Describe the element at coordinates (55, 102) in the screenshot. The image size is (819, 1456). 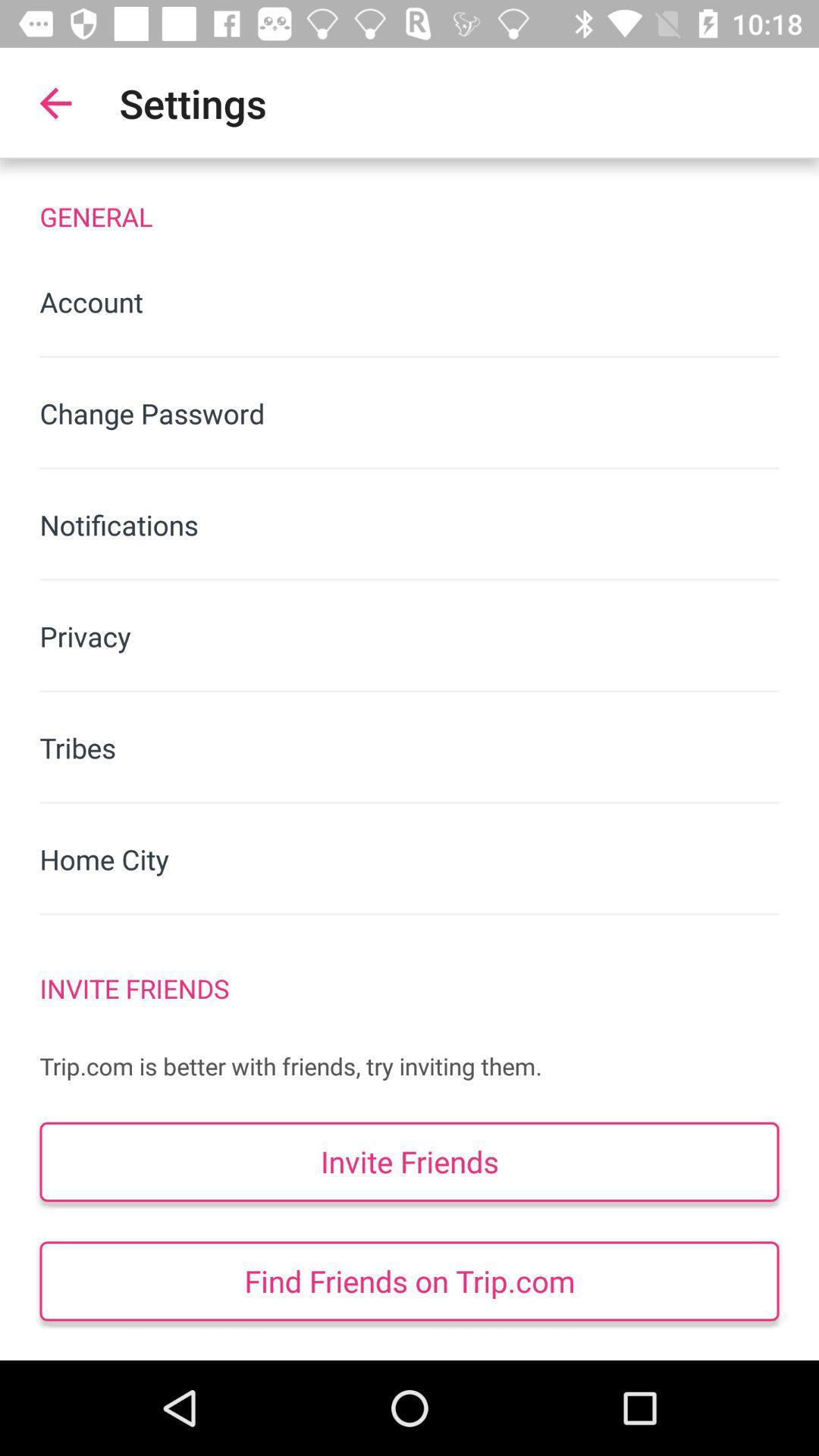
I see `the icon above general item` at that location.